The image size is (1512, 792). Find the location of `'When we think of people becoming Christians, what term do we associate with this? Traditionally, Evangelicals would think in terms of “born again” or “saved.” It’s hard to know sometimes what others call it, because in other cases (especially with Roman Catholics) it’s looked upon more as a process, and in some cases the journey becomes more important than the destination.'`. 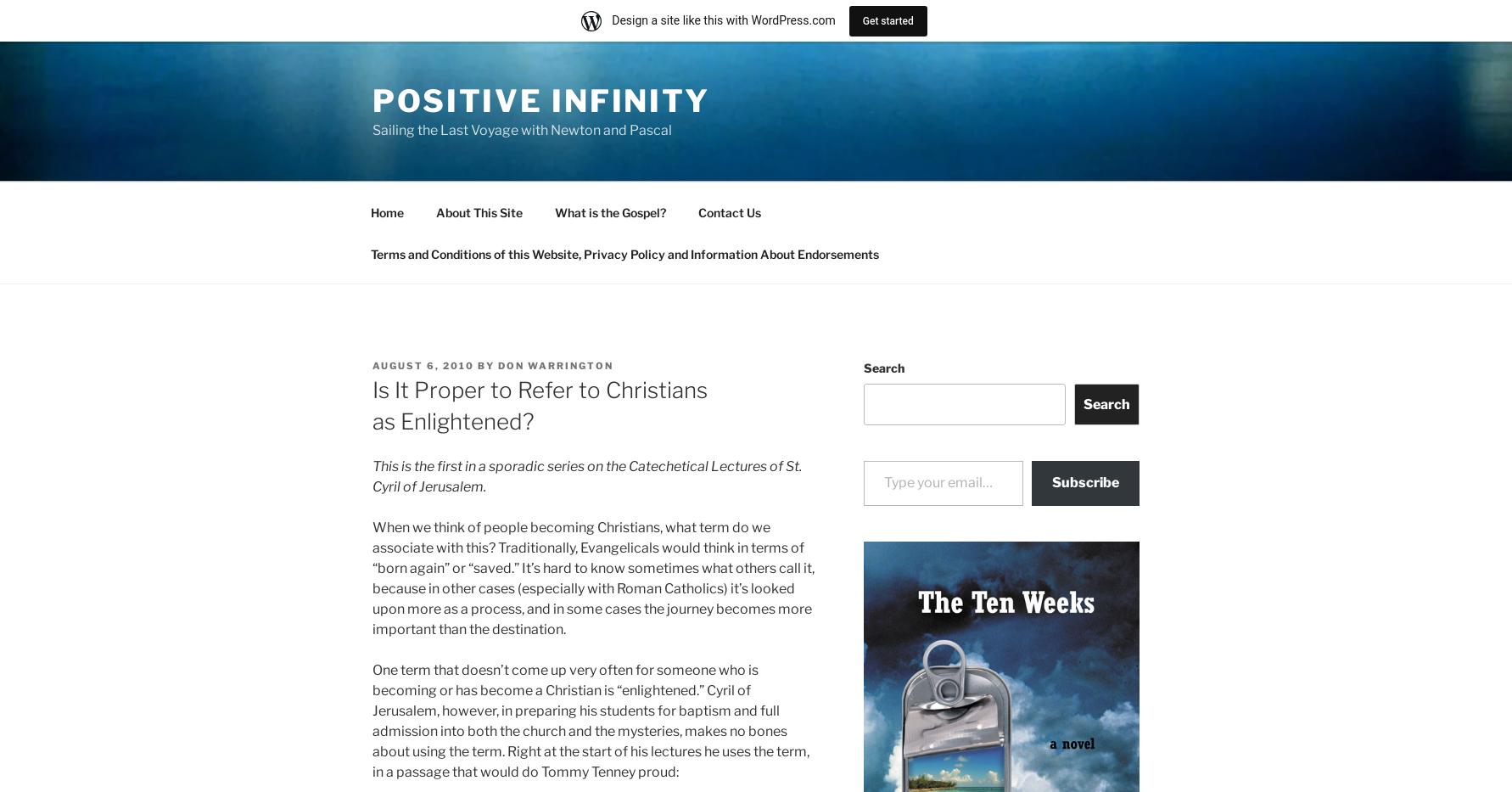

'When we think of people becoming Christians, what term do we associate with this? Traditionally, Evangelicals would think in terms of “born again” or “saved.” It’s hard to know sometimes what others call it, because in other cases (especially with Roman Catholics) it’s looked upon more as a process, and in some cases the journey becomes more important than the destination.' is located at coordinates (372, 577).